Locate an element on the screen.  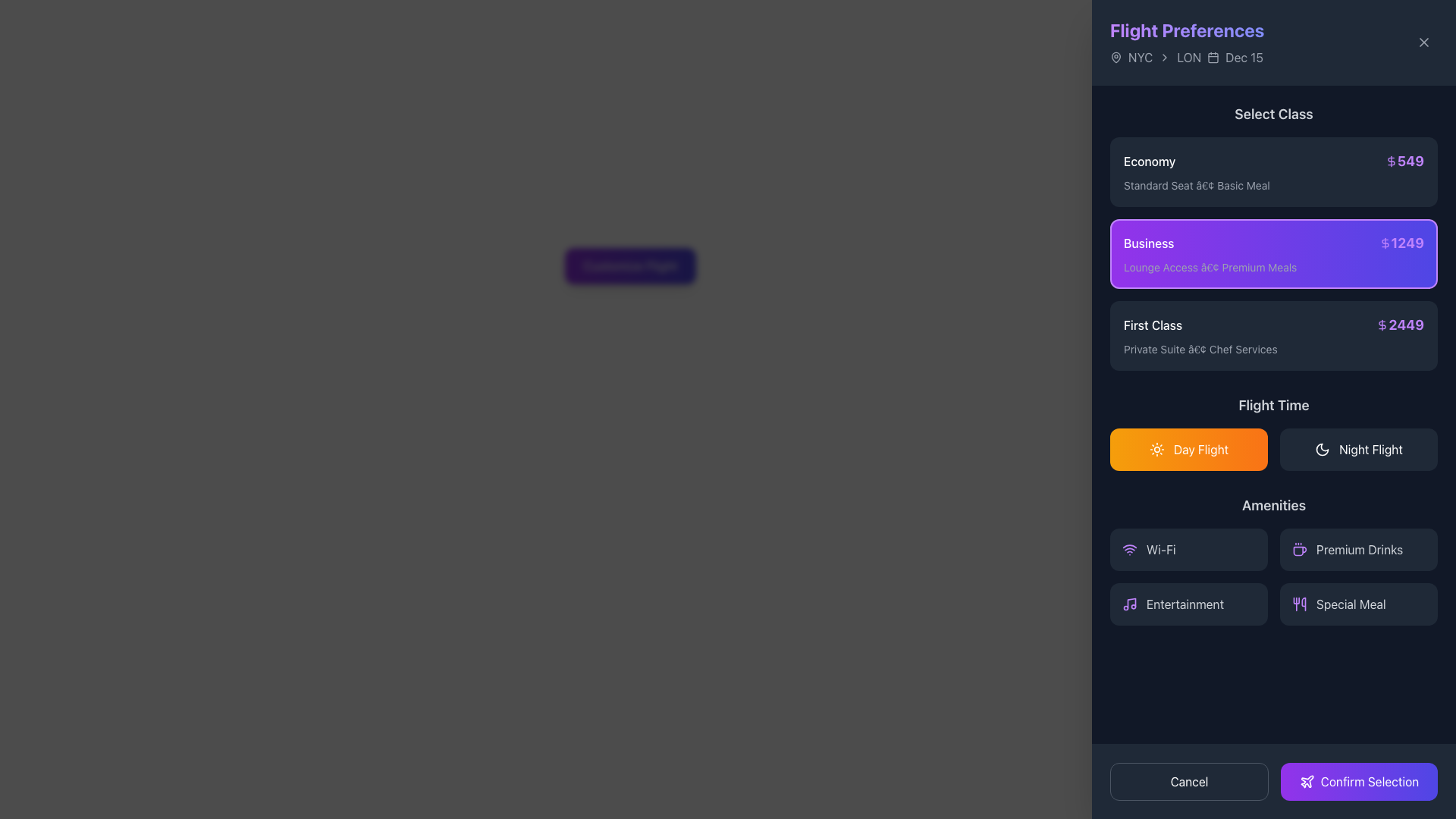
the decorative icon indicating a monetary value that is positioned before the numeric value '549' in the 'Economy' option of the 'Select Class' section is located at coordinates (1391, 161).